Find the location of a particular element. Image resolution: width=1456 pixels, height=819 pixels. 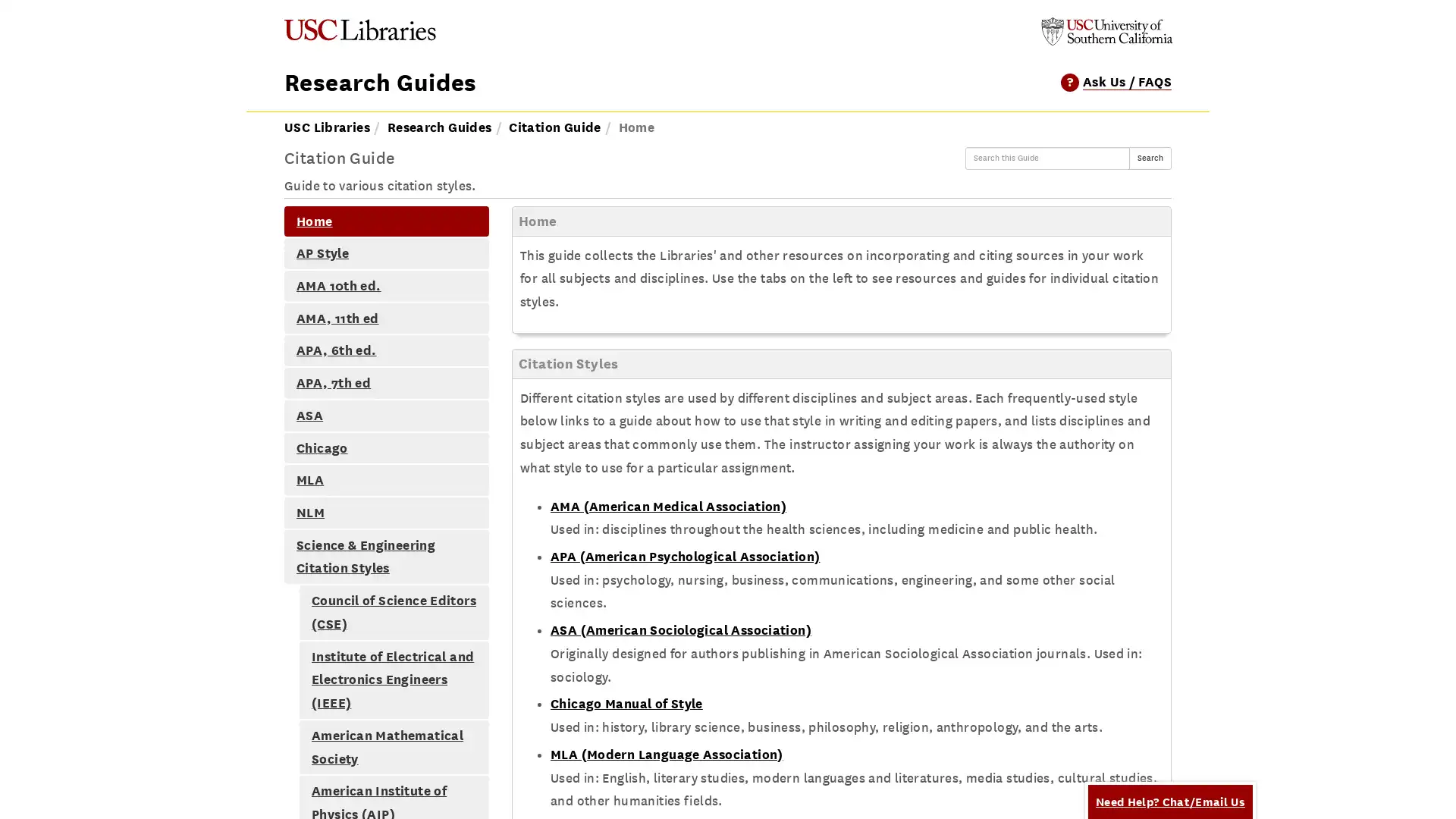

Search is located at coordinates (1150, 158).